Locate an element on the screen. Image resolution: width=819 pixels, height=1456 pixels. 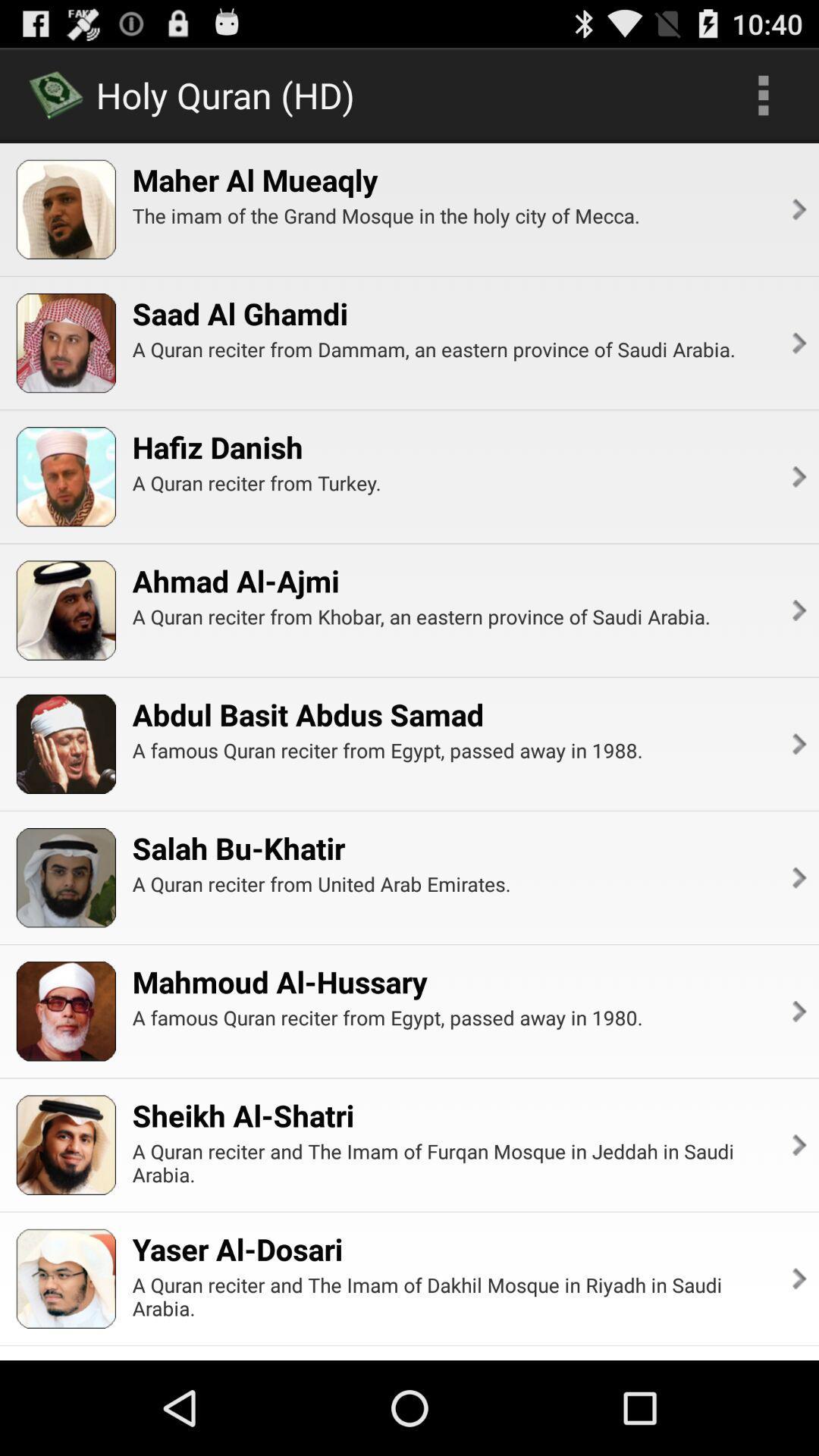
icon below the the imam of item is located at coordinates (239, 312).